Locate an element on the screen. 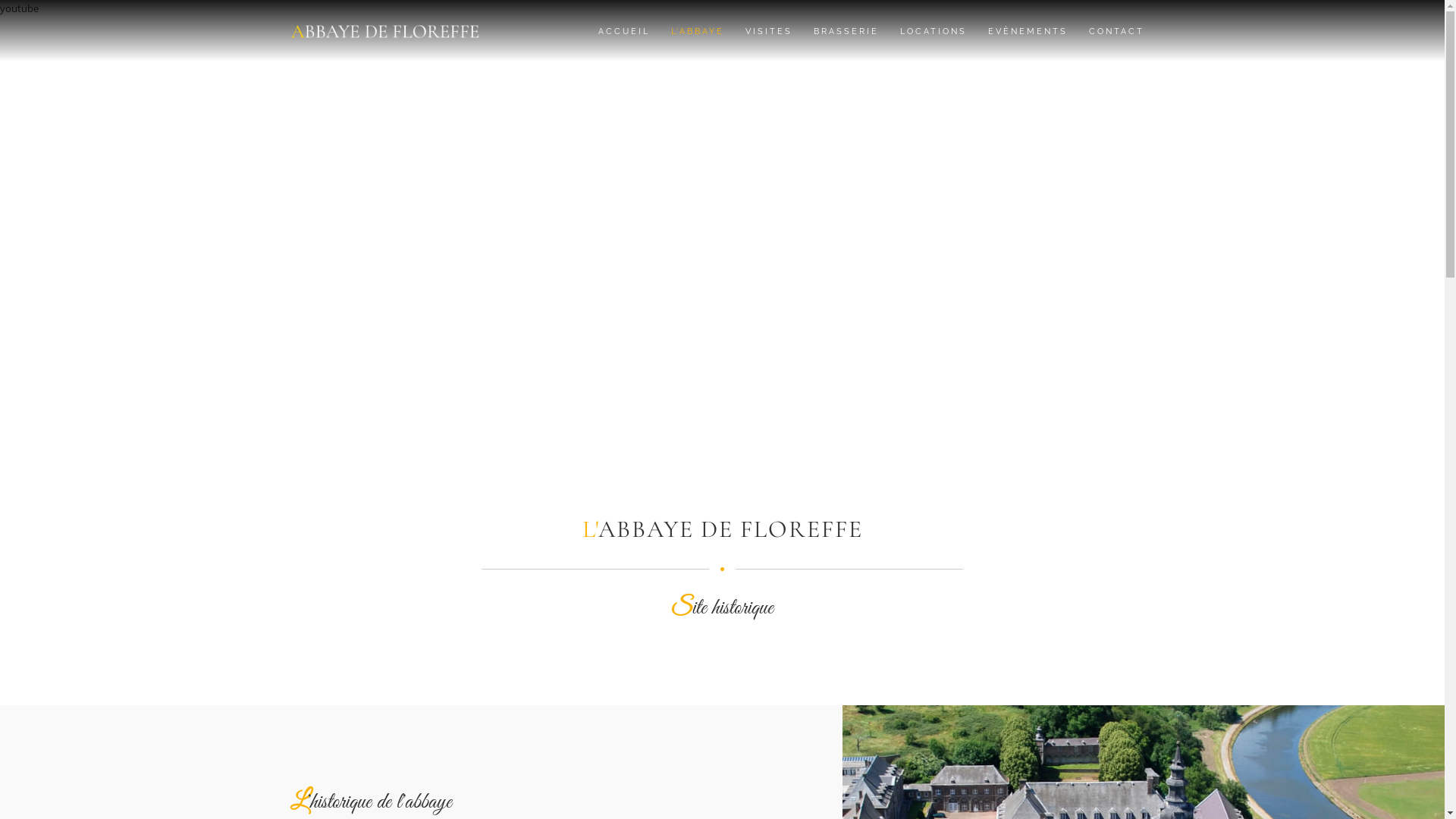 This screenshot has width=1456, height=819. 'ACCUEIL' is located at coordinates (623, 29).